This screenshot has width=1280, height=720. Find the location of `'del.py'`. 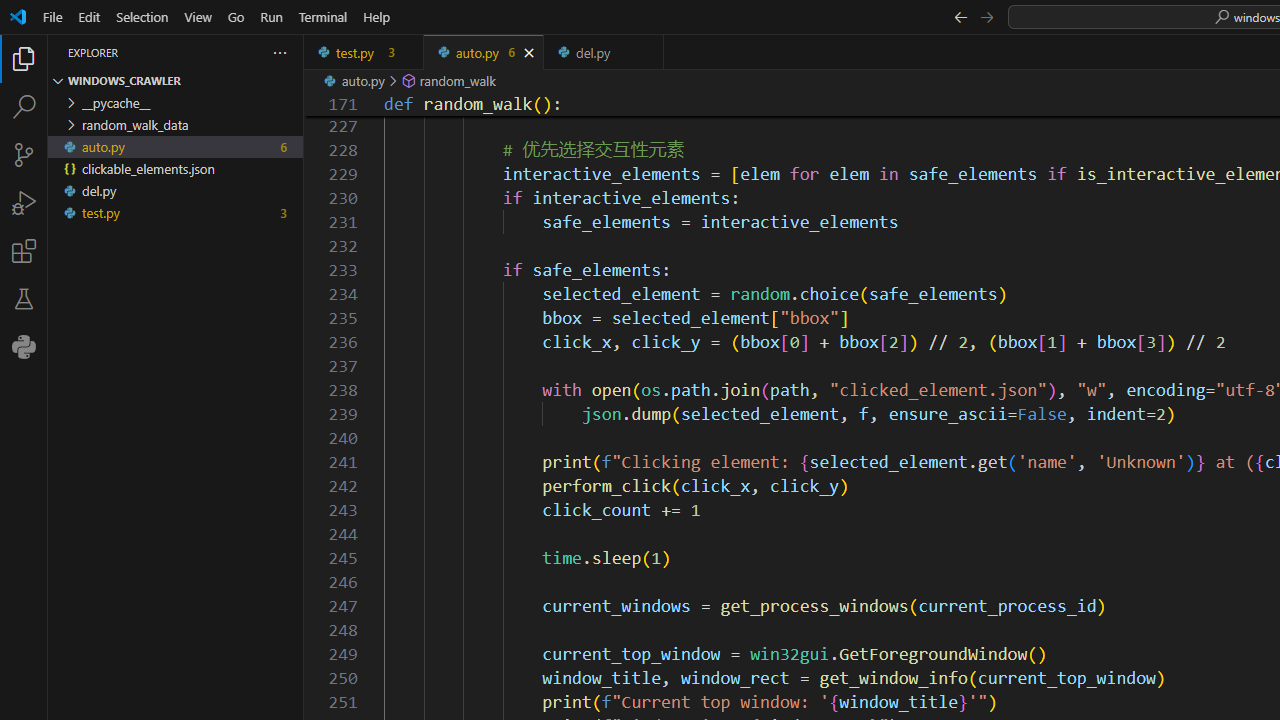

'del.py' is located at coordinates (603, 51).